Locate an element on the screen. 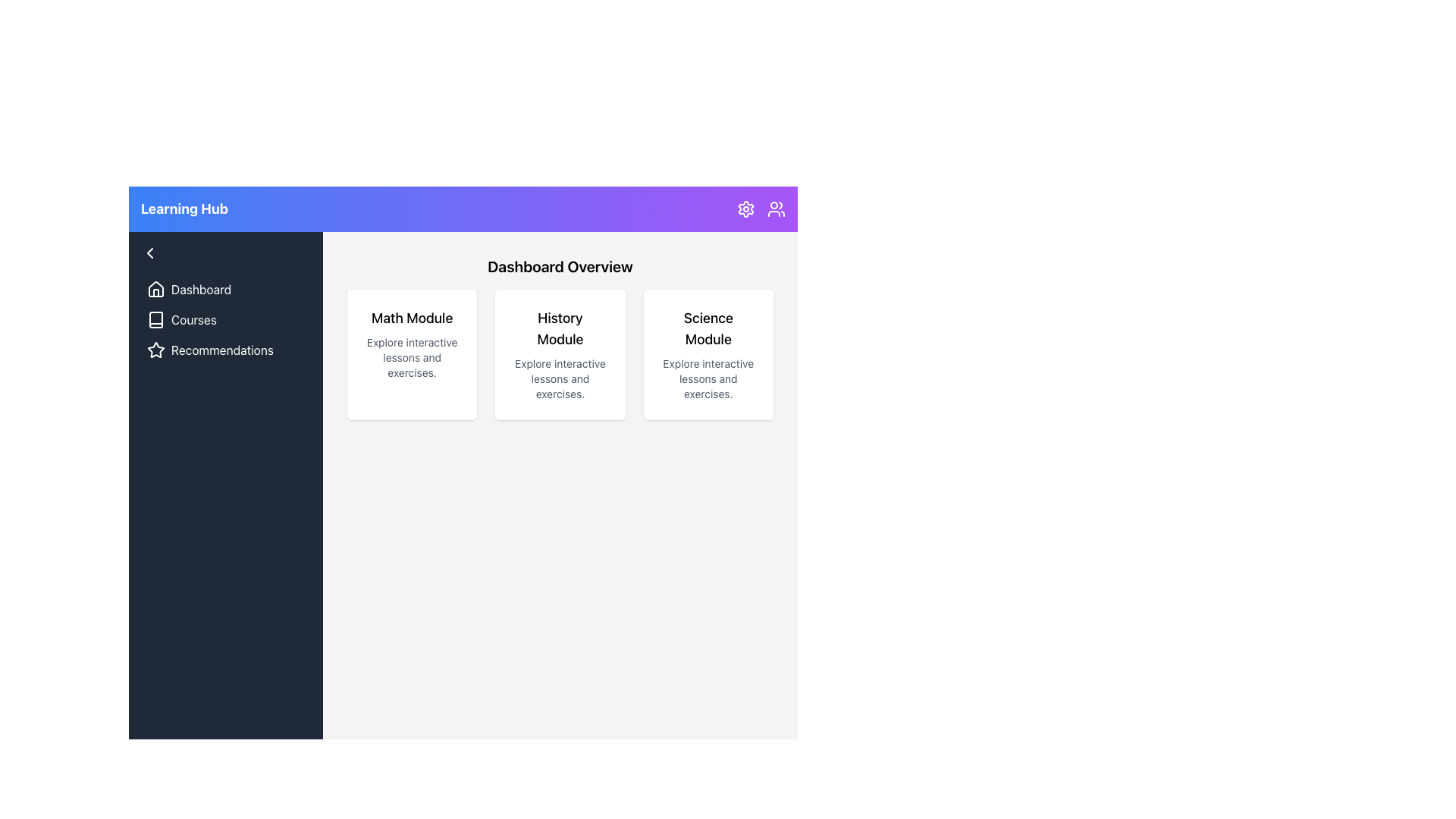 The image size is (1456, 819). the user icon located in the top right corner of the header bar is located at coordinates (761, 209).